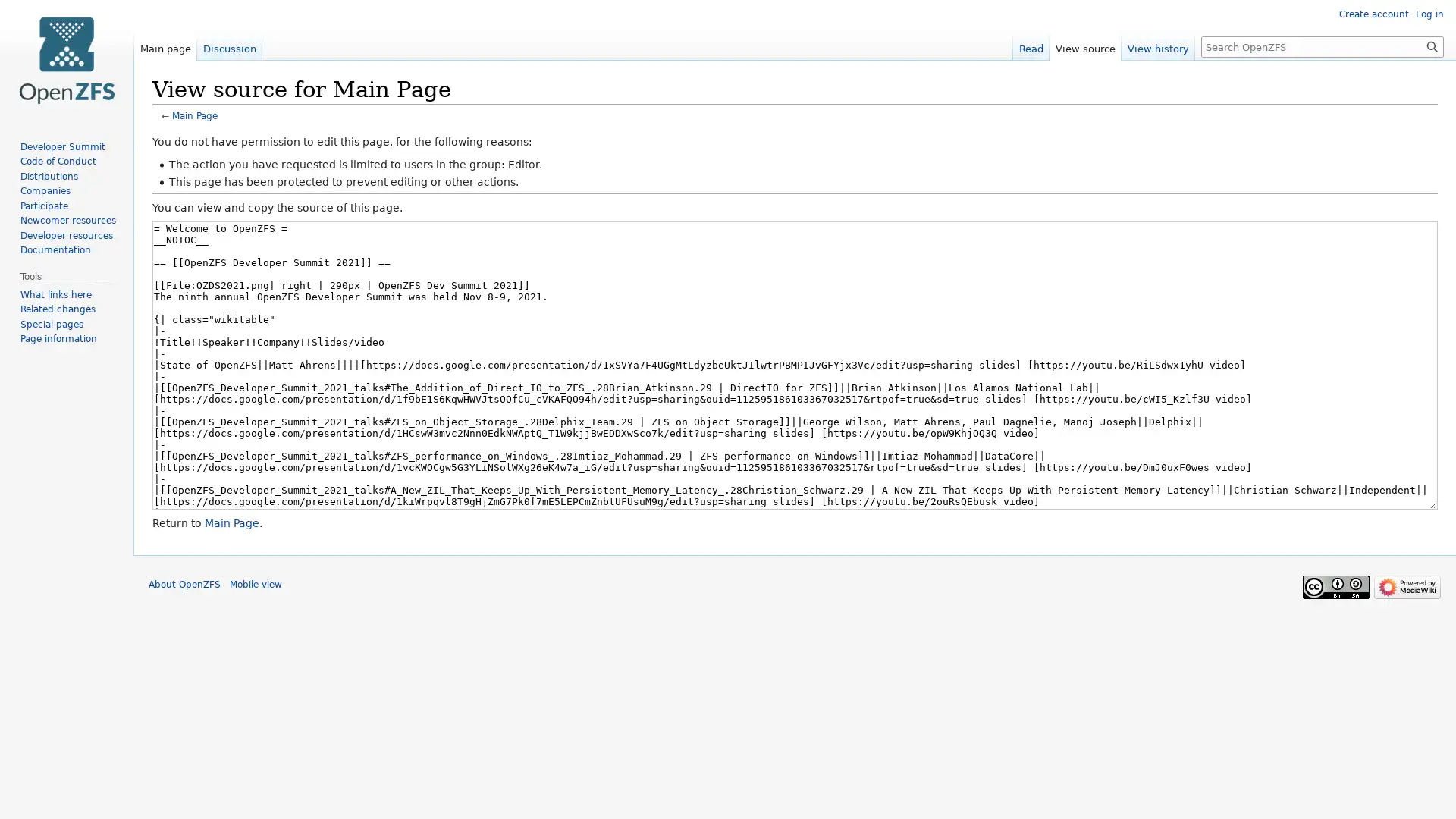 The width and height of the screenshot is (1456, 819). I want to click on Search, so click(1432, 45).